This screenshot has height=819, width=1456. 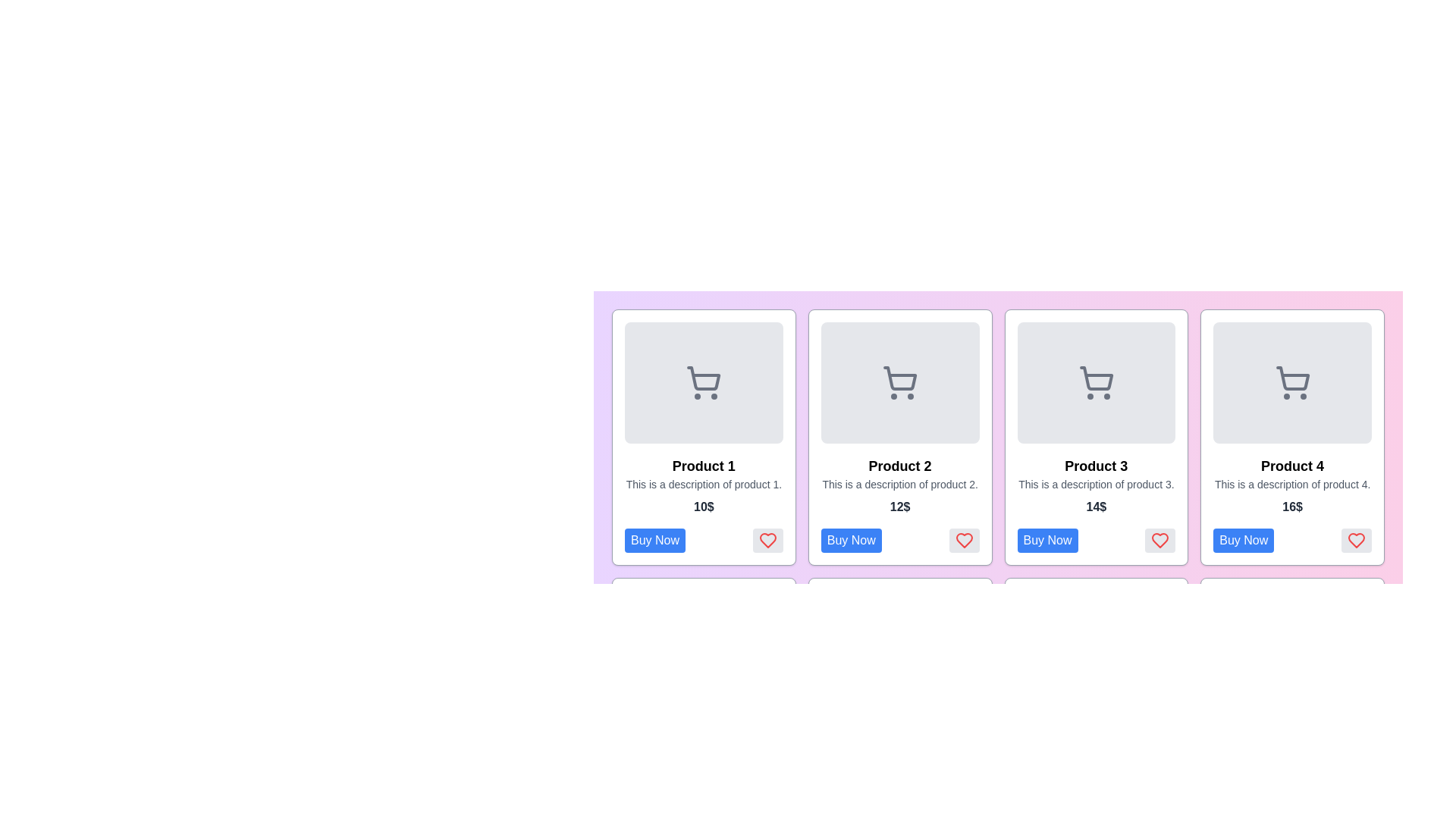 What do you see at coordinates (963, 540) in the screenshot?
I see `the red heart-shaped icon located below the product description and next to the 'Buy Now' button in the Product 2 card` at bounding box center [963, 540].